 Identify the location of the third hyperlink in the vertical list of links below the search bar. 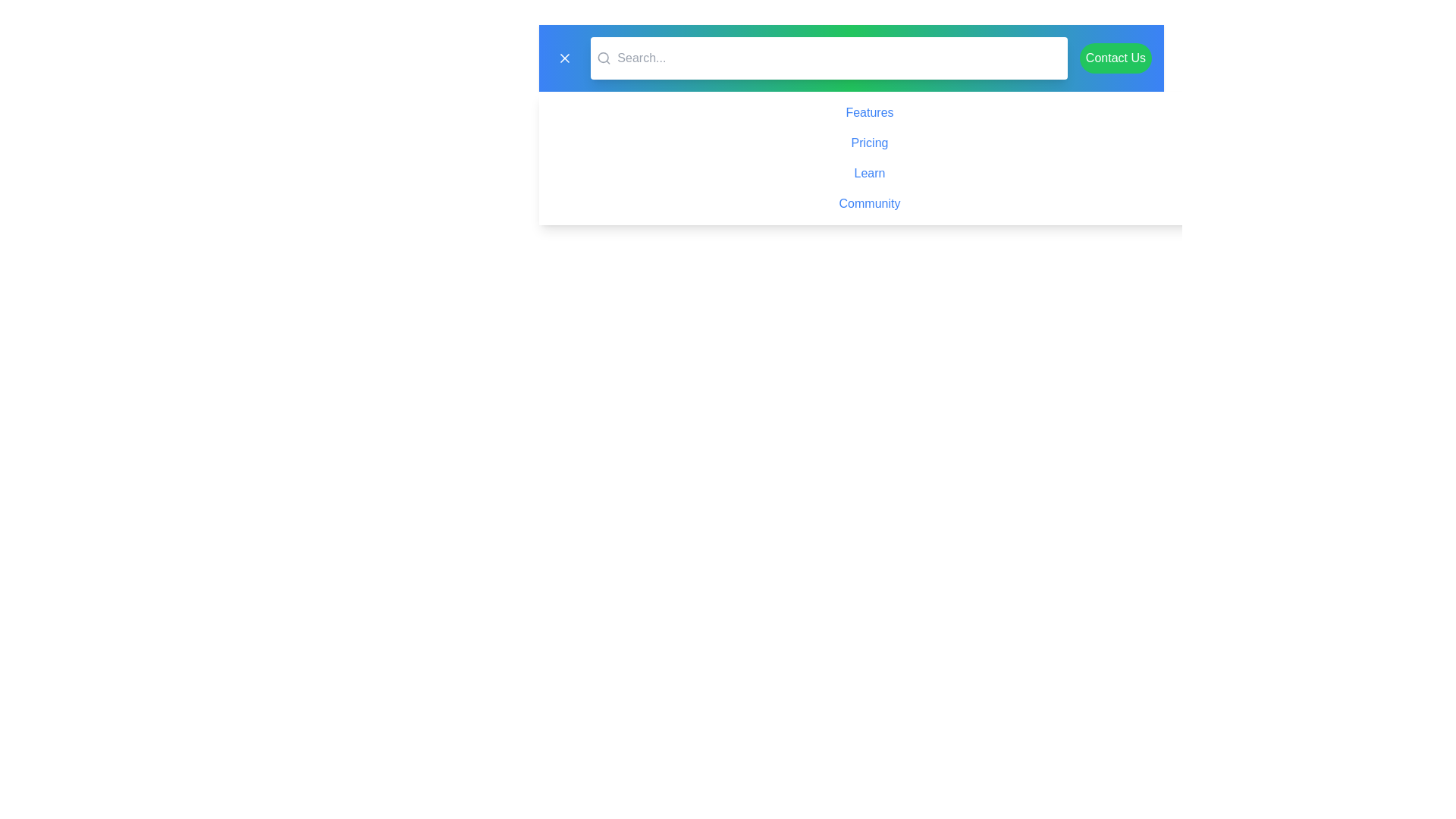
(870, 172).